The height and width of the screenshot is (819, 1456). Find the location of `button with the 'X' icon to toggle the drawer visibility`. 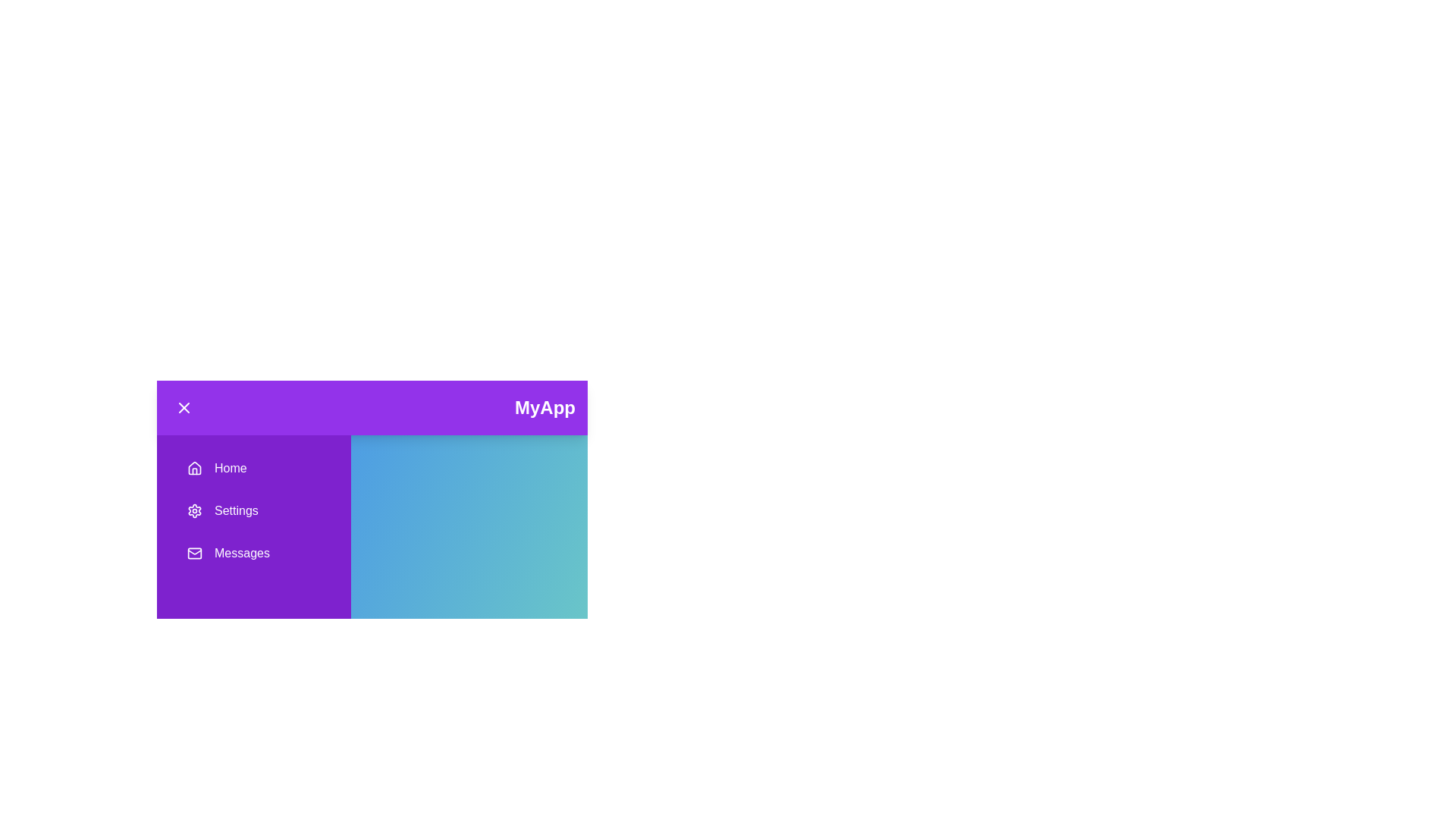

button with the 'X' icon to toggle the drawer visibility is located at coordinates (184, 406).